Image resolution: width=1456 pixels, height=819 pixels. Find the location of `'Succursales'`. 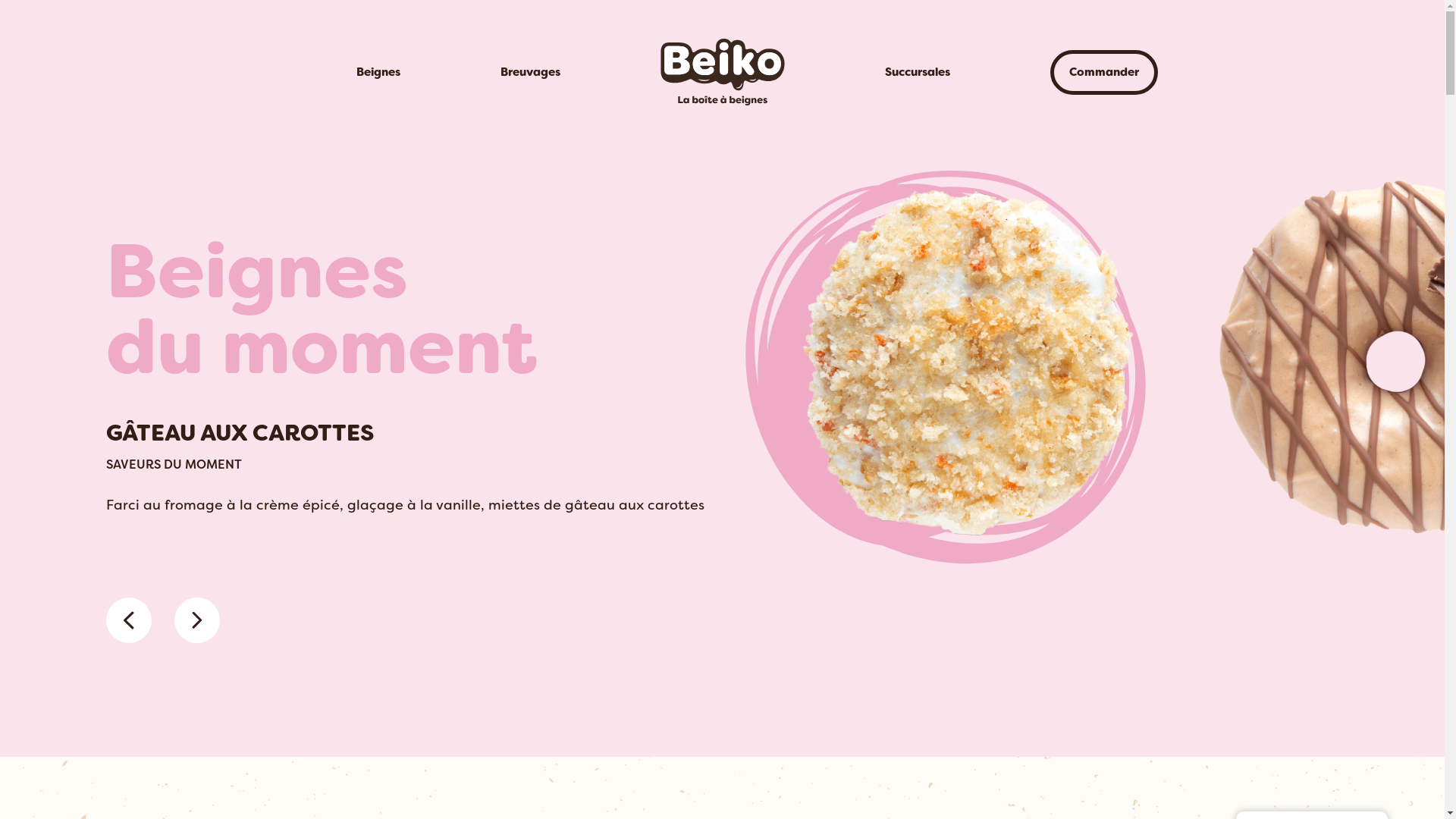

'Succursales' is located at coordinates (916, 72).